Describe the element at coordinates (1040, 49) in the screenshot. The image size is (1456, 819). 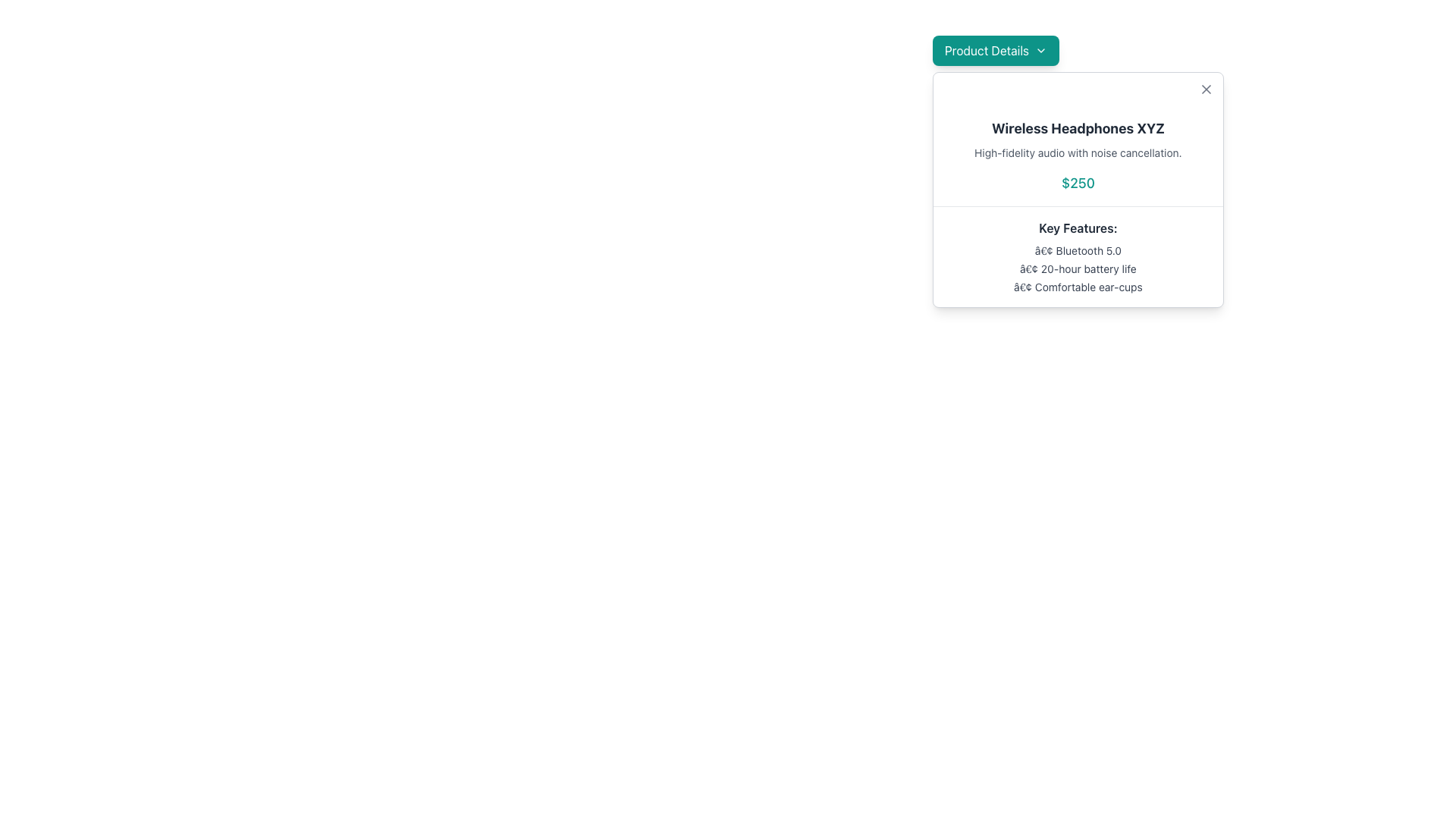
I see `the small downward-facing chevron icon located on the right end of the 'Product Details' button` at that location.